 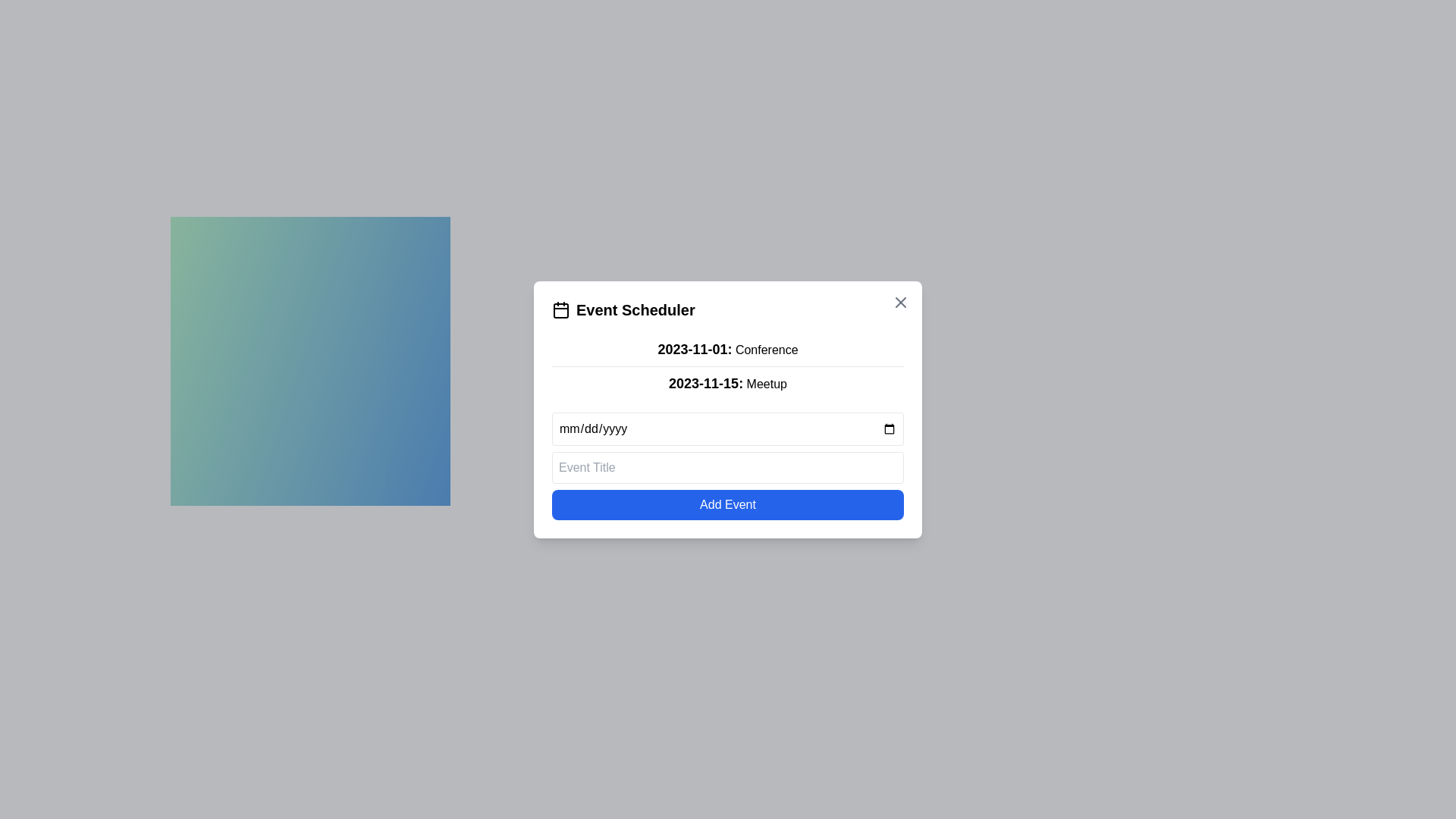 I want to click on the text display element that informs users about the event titled 'Conference' scheduled for November 1st, 2023, located in the modal 'Event Scheduler.', so click(x=728, y=348).